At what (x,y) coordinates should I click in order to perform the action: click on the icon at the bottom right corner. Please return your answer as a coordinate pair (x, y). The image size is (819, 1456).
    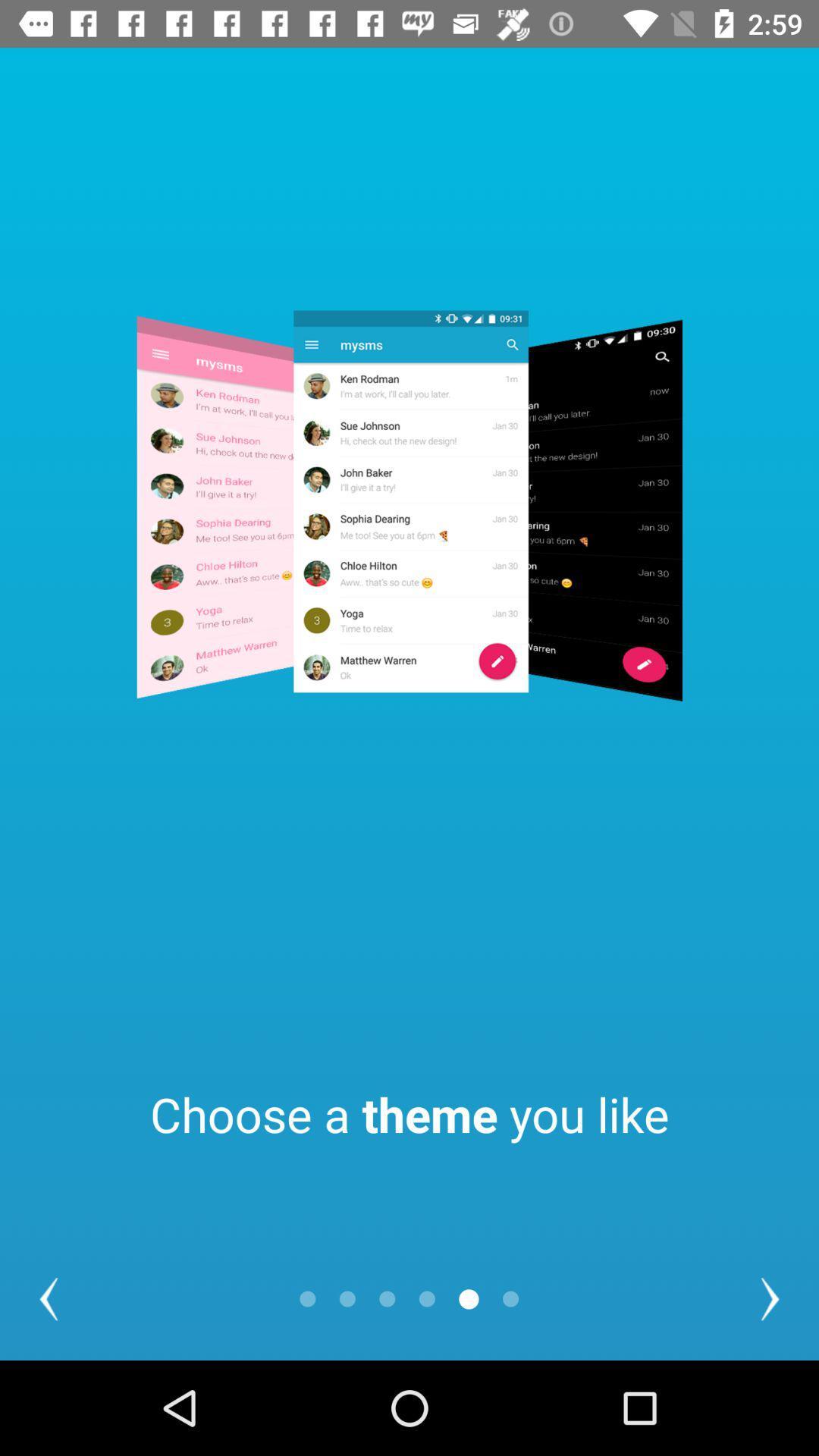
    Looking at the image, I should click on (770, 1298).